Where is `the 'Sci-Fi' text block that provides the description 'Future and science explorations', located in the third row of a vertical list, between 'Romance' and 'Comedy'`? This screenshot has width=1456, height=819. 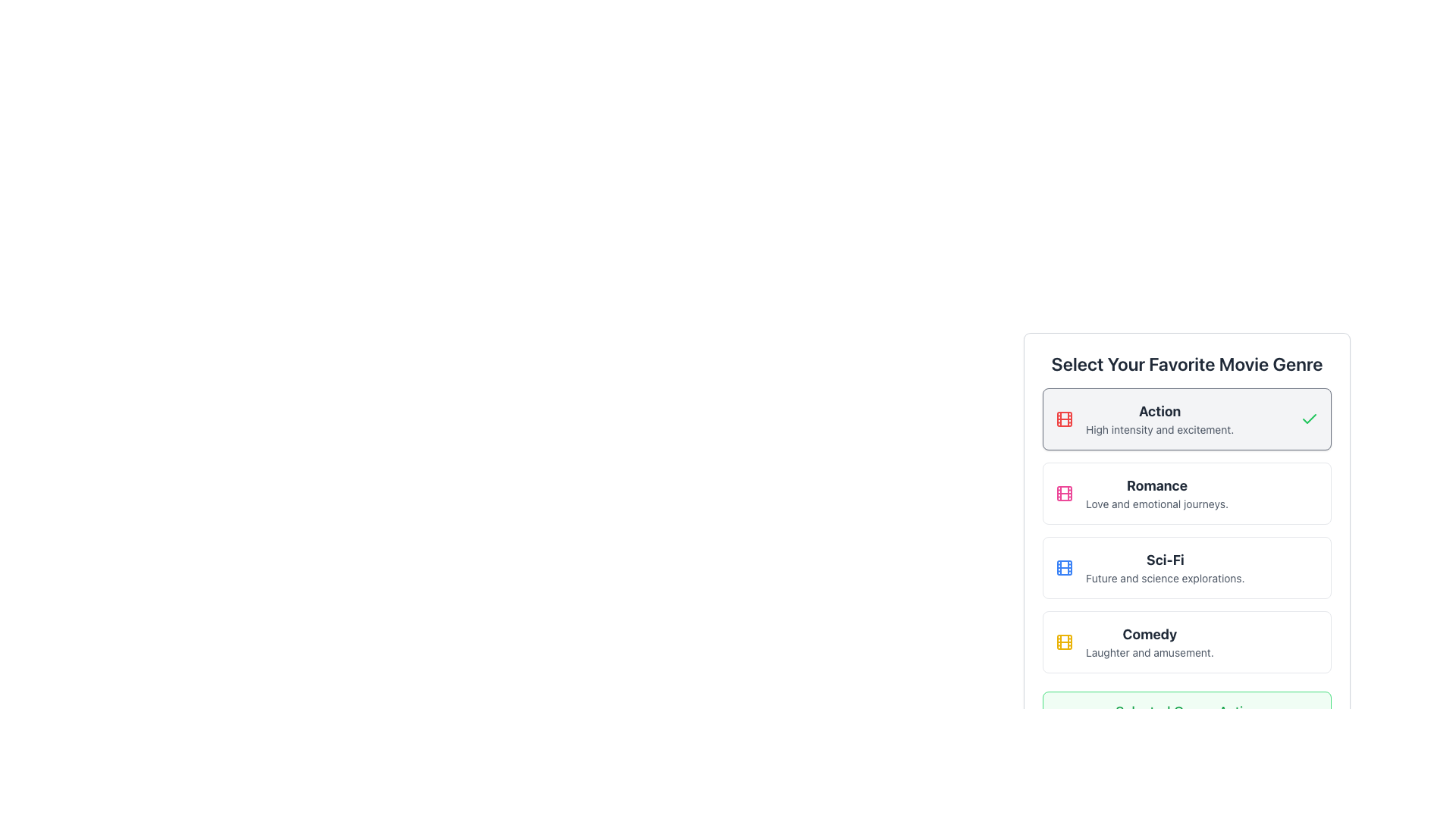
the 'Sci-Fi' text block that provides the description 'Future and science explorations', located in the third row of a vertical list, between 'Romance' and 'Comedy' is located at coordinates (1164, 567).